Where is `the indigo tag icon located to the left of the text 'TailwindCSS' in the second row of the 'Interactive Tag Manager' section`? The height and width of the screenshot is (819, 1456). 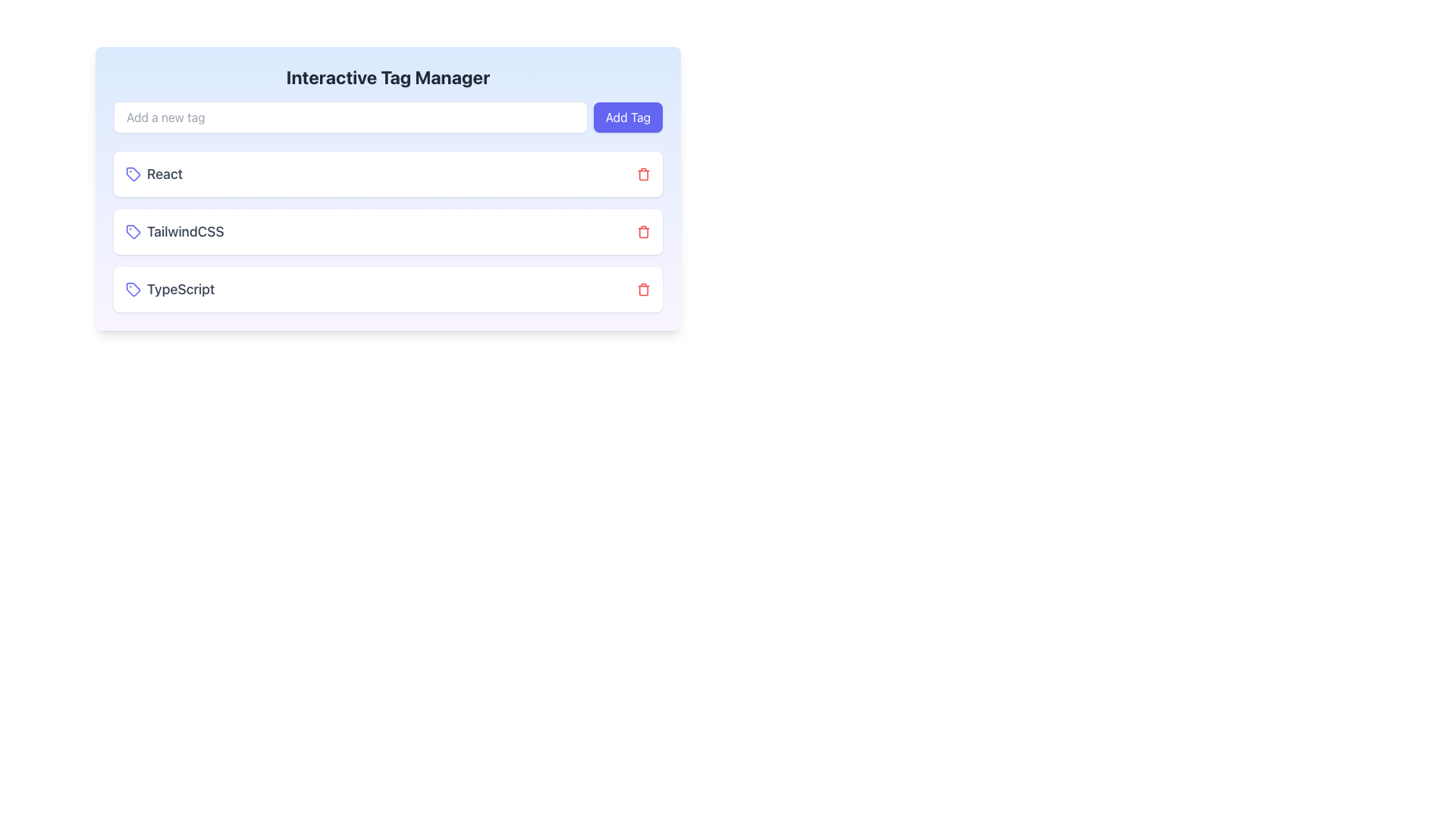 the indigo tag icon located to the left of the text 'TailwindCSS' in the second row of the 'Interactive Tag Manager' section is located at coordinates (133, 231).